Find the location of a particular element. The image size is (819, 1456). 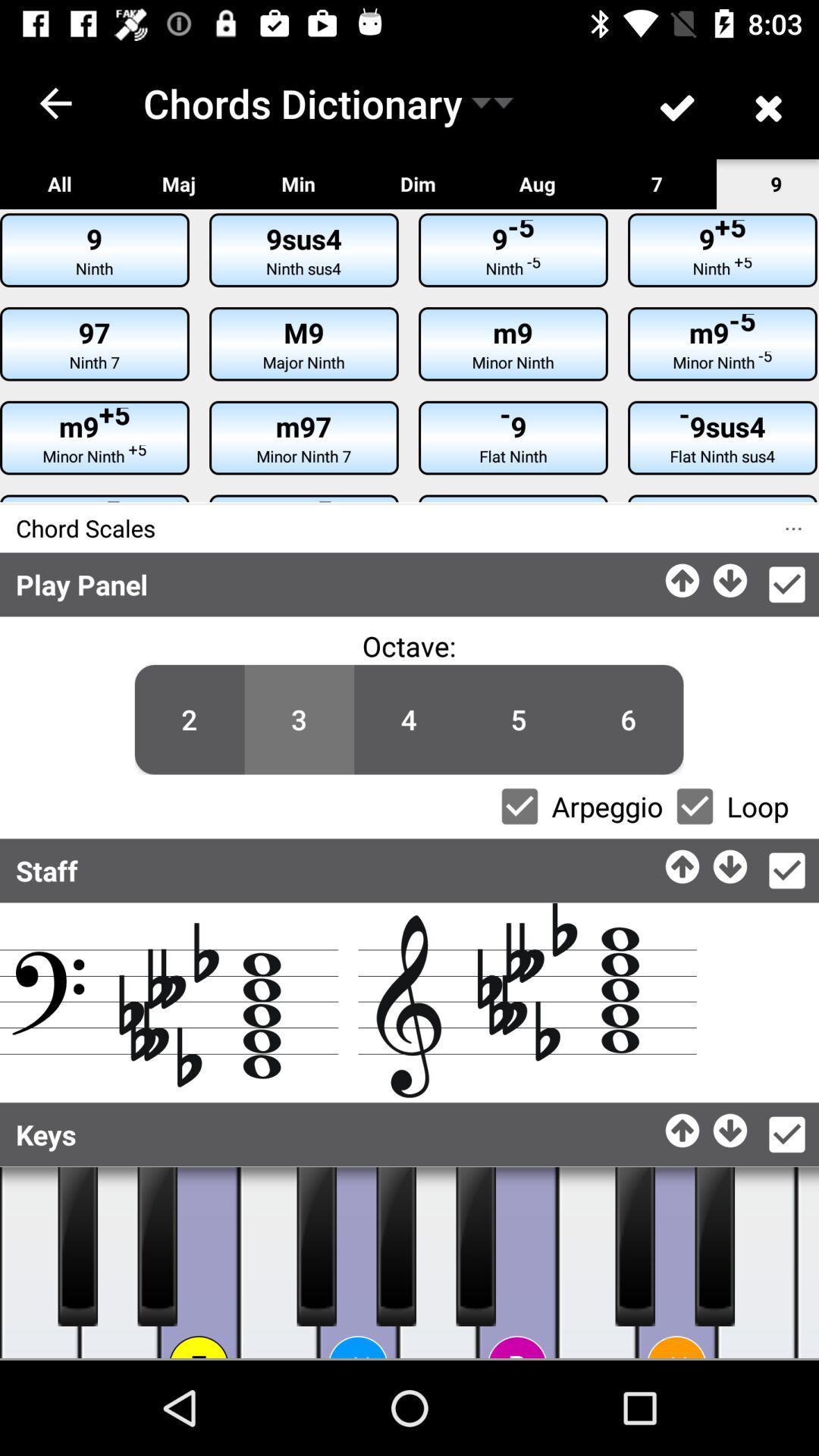

next is located at coordinates (730, 576).